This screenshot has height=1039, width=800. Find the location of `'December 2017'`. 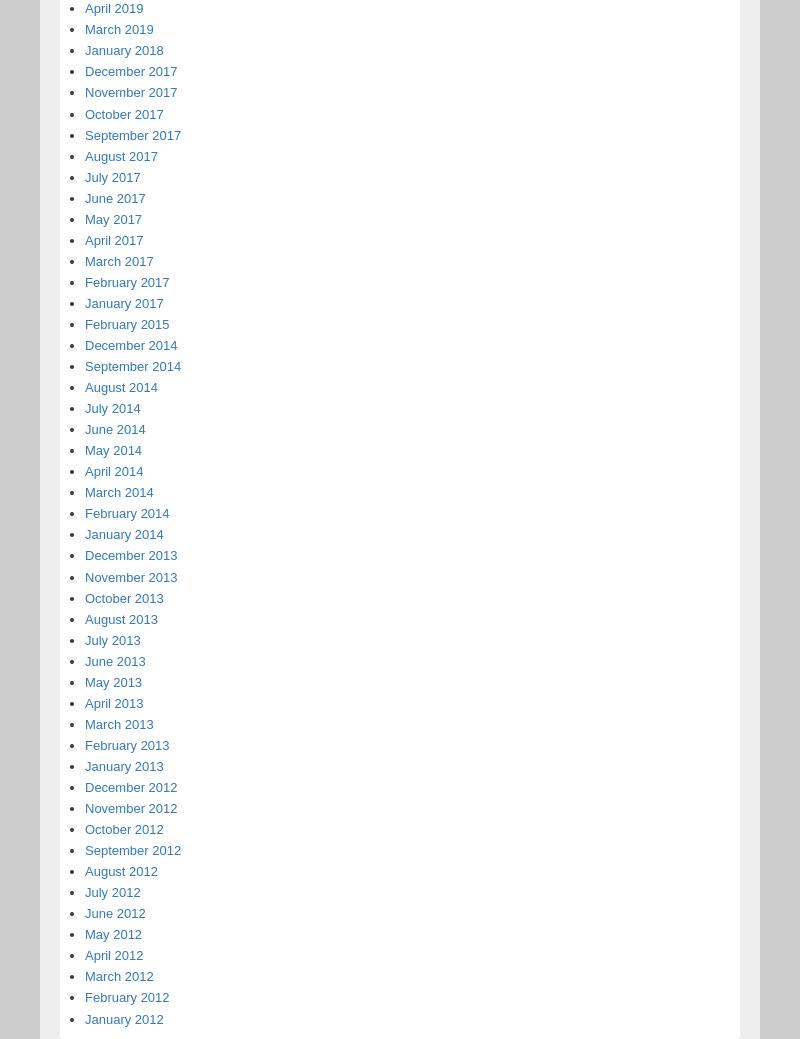

'December 2017' is located at coordinates (130, 70).